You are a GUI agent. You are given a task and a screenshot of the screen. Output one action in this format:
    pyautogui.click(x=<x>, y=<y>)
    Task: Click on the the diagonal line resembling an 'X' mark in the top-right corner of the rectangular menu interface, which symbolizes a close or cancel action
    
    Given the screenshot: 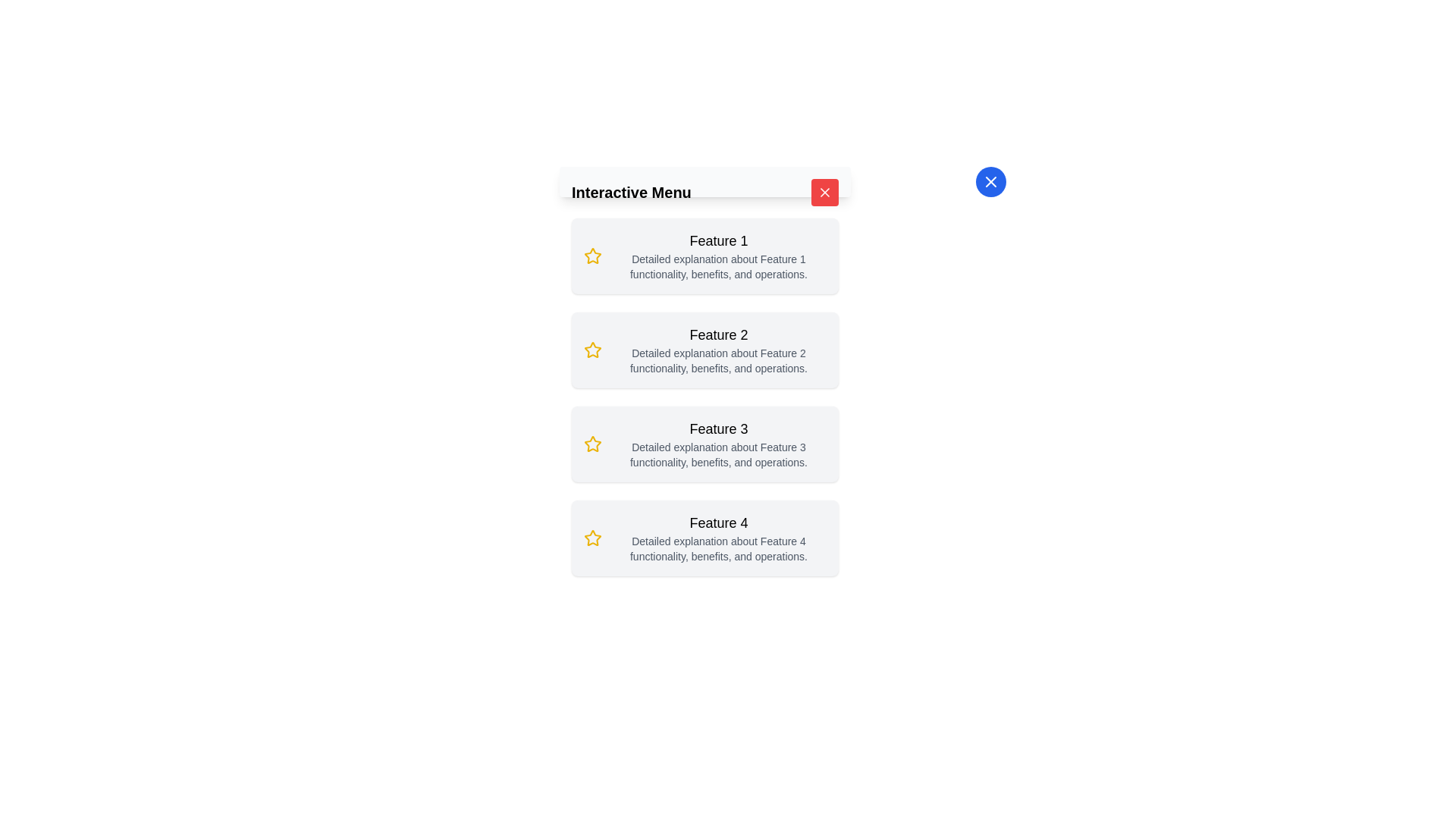 What is the action you would take?
    pyautogui.click(x=990, y=180)
    